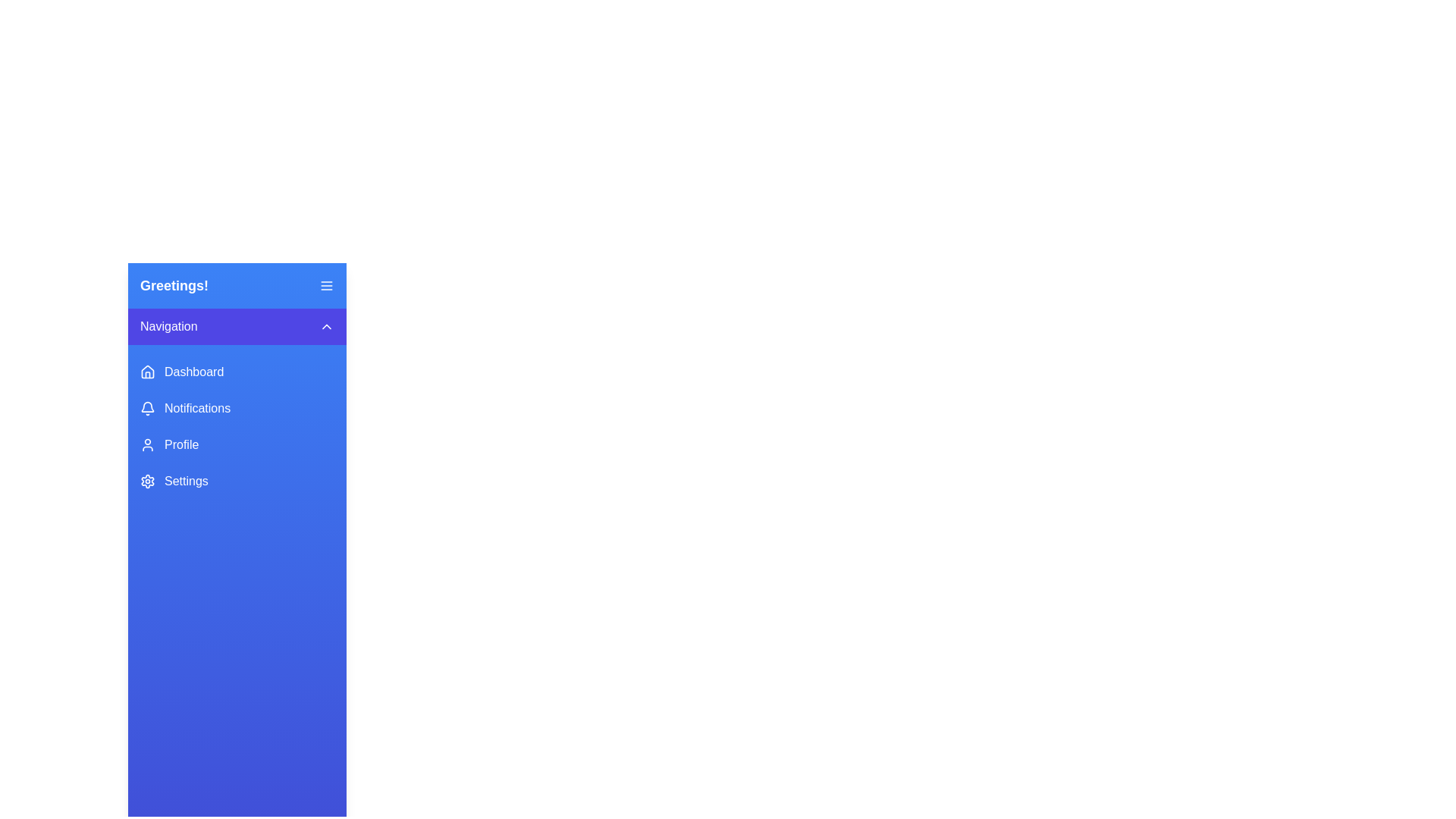 The image size is (1456, 819). Describe the element at coordinates (148, 372) in the screenshot. I see `the house-shaped icon located to the left of the 'Dashboard' text` at that location.